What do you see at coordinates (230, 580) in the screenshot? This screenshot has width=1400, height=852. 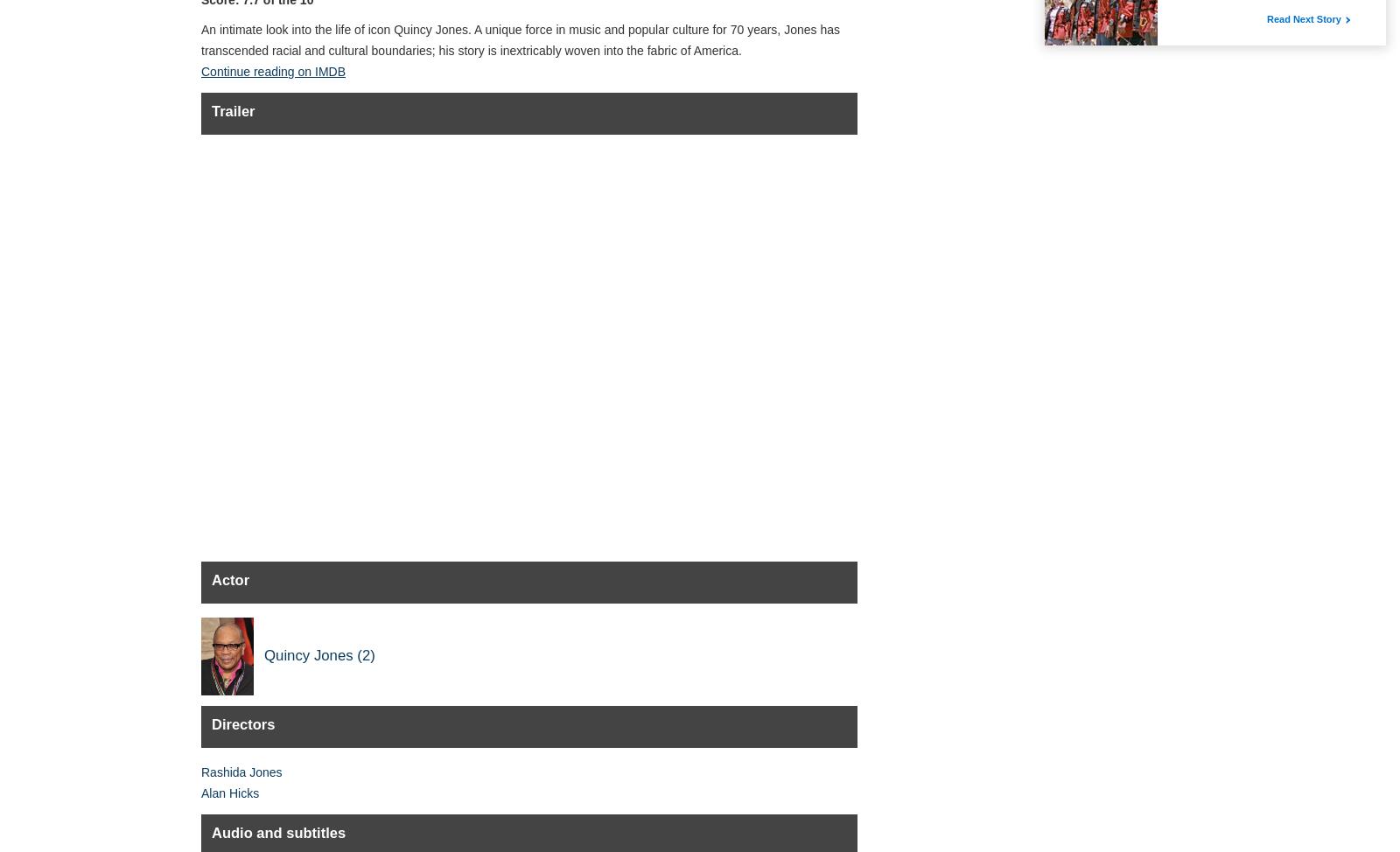 I see `'Actor'` at bounding box center [230, 580].